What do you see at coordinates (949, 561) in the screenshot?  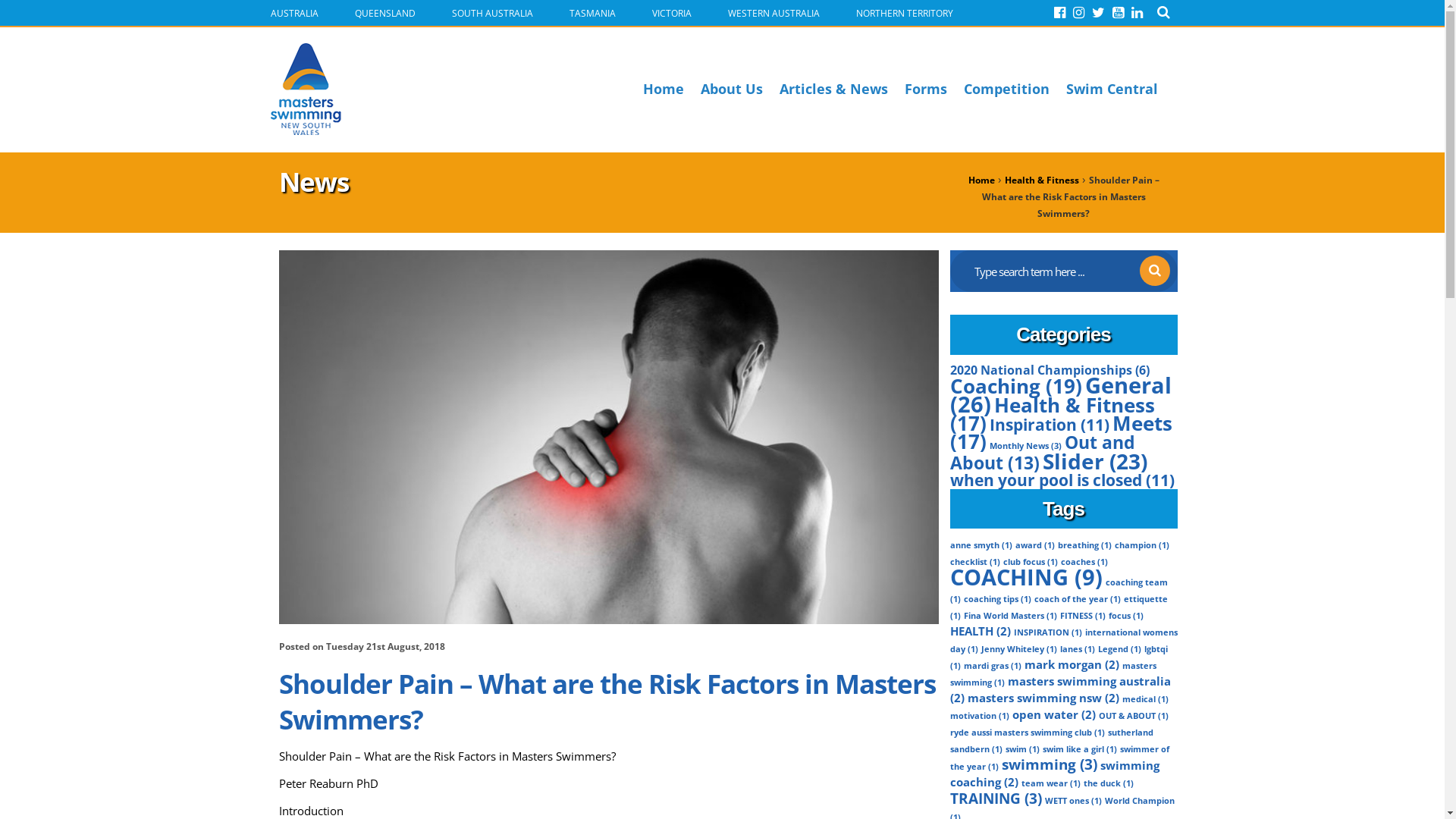 I see `'checklist (1)'` at bounding box center [949, 561].